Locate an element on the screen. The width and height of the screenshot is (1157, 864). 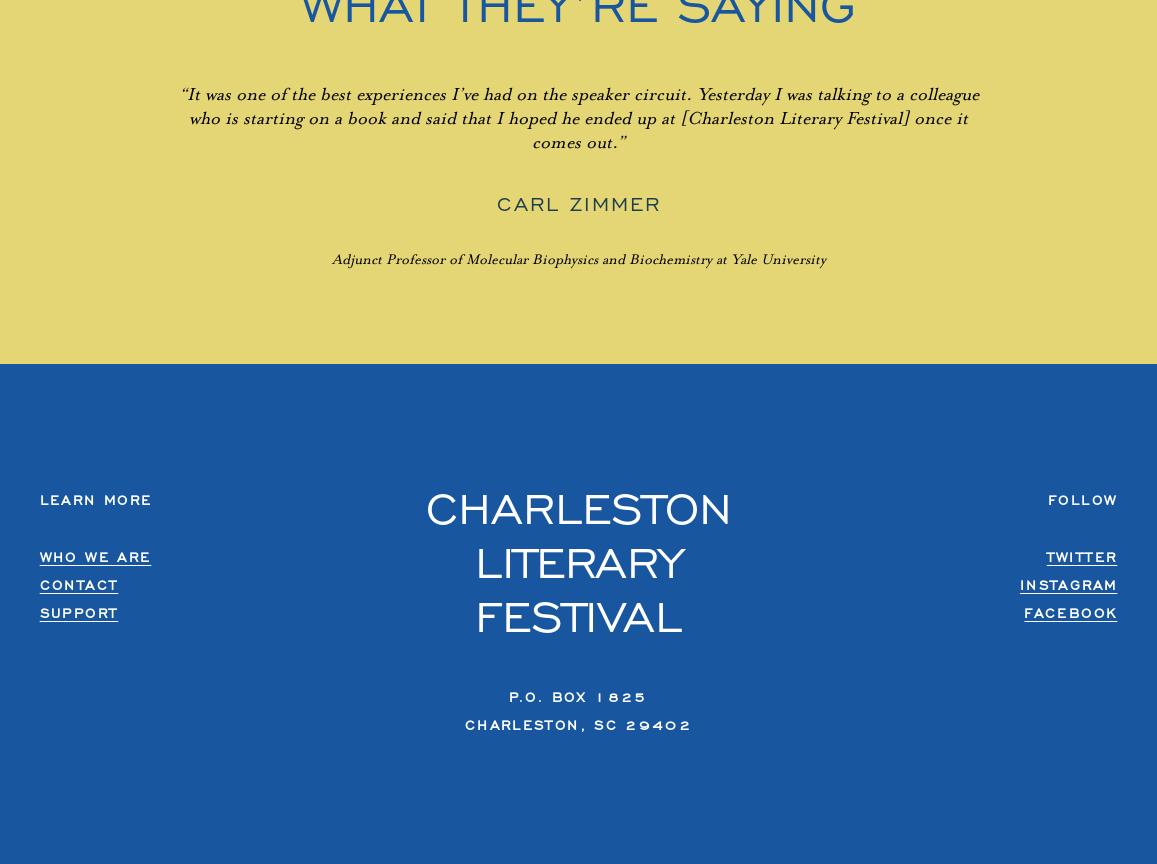
'Follow' is located at coordinates (1081, 499).